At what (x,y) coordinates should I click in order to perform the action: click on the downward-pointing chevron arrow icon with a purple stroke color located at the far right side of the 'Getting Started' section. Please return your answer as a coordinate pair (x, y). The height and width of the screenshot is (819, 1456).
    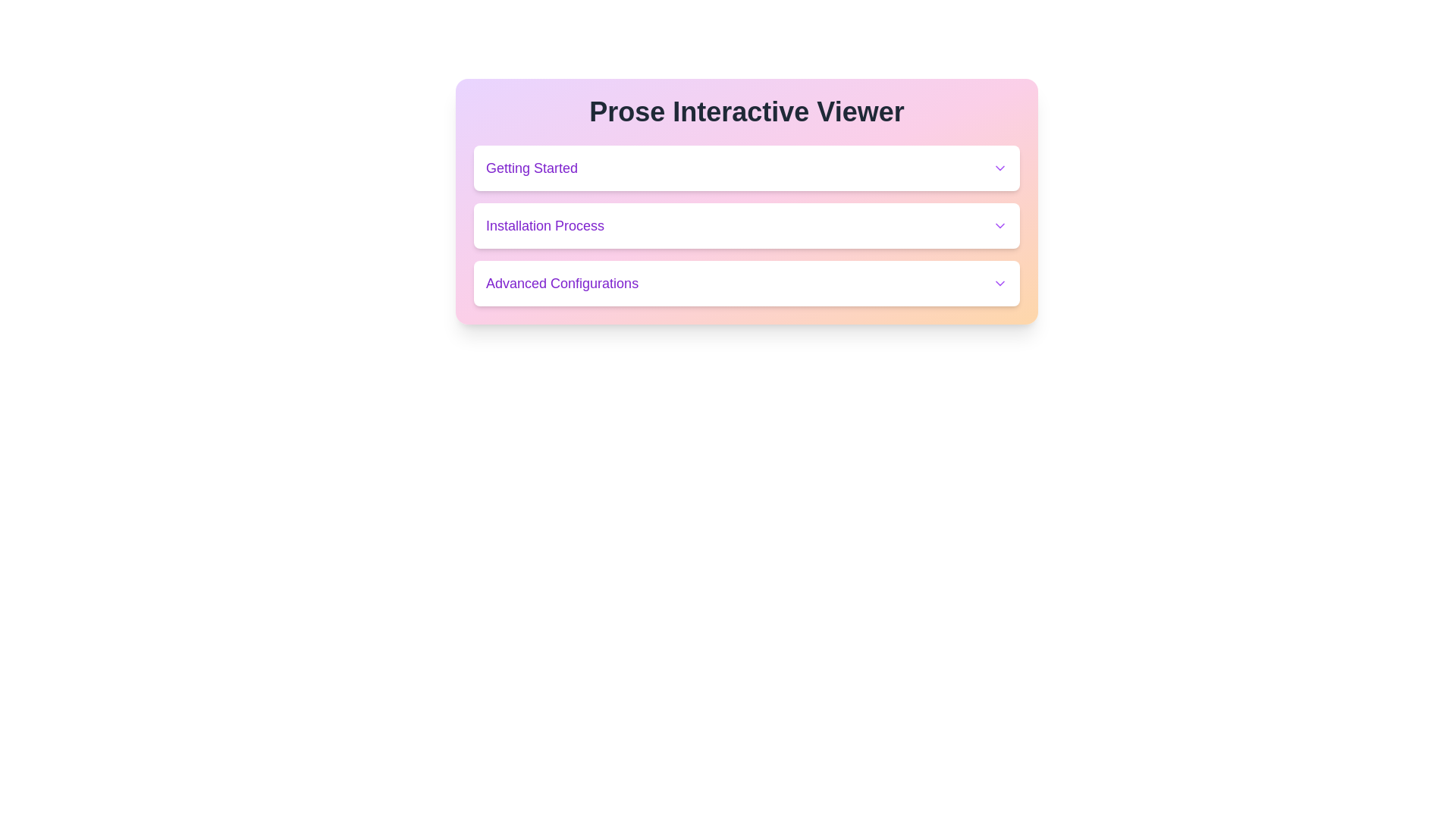
    Looking at the image, I should click on (1000, 168).